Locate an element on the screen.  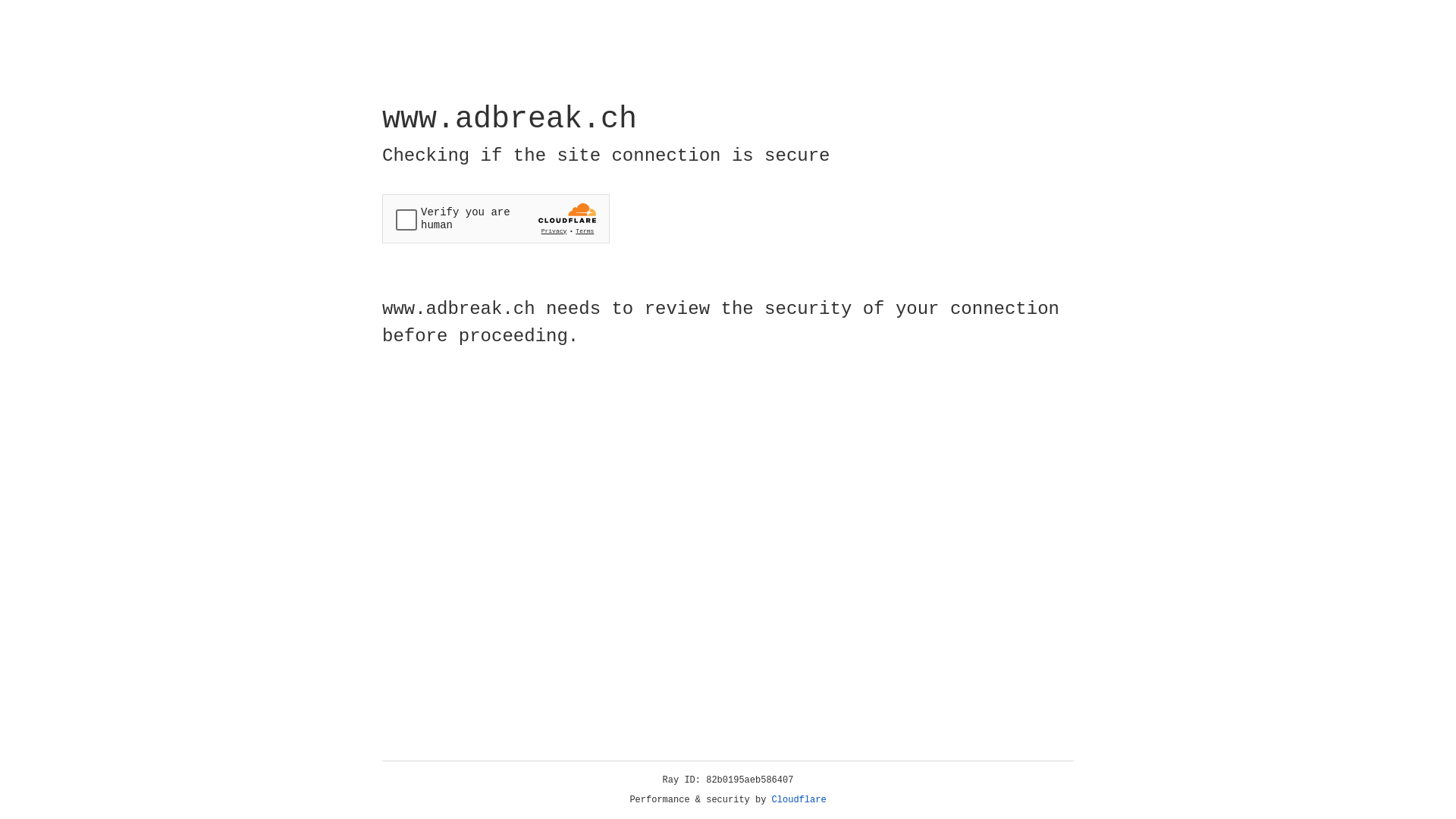
'Cloudflare' is located at coordinates (799, 799).